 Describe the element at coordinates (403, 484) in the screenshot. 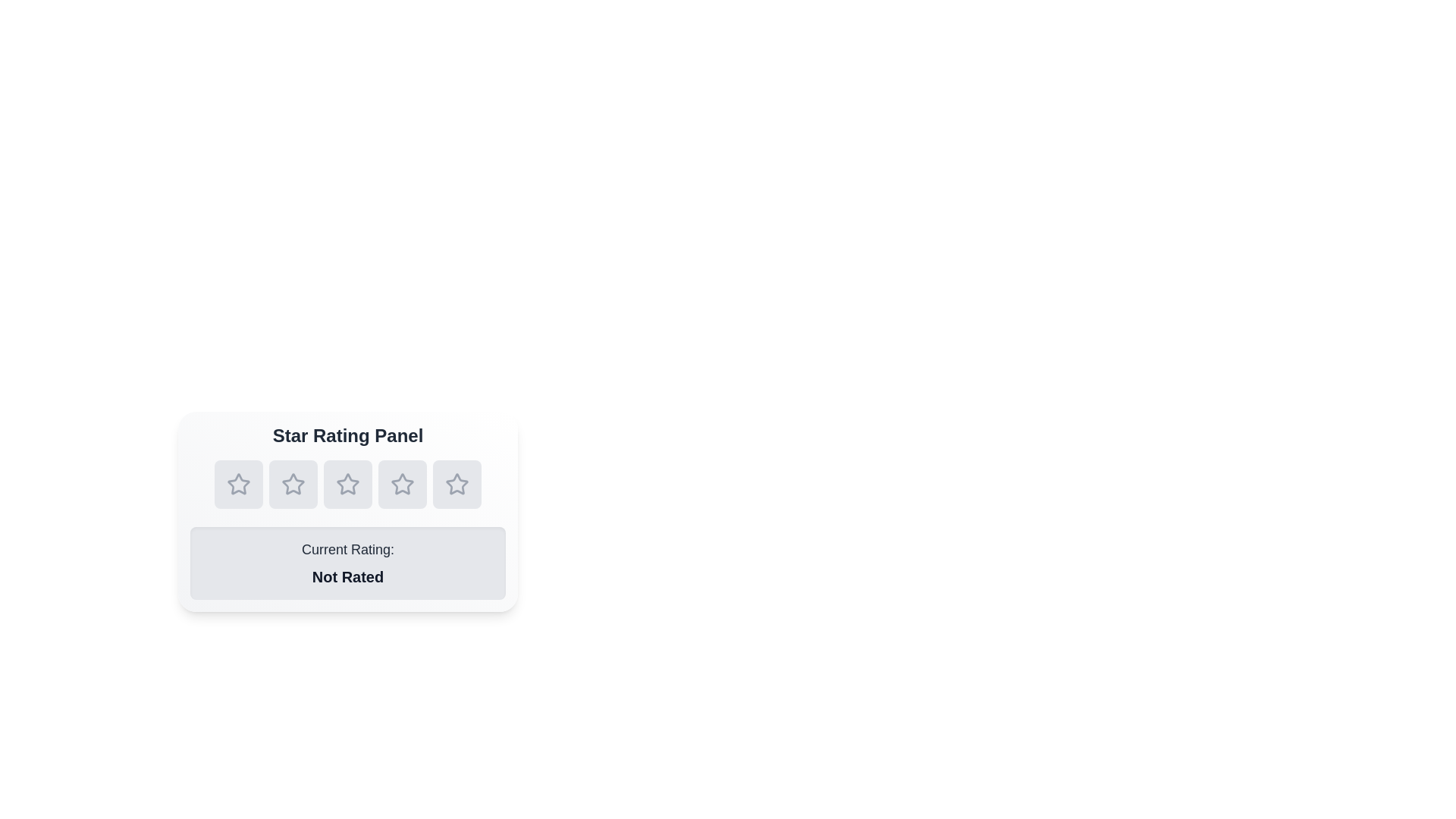

I see `the fourth star in the Star Rating Panel` at that location.